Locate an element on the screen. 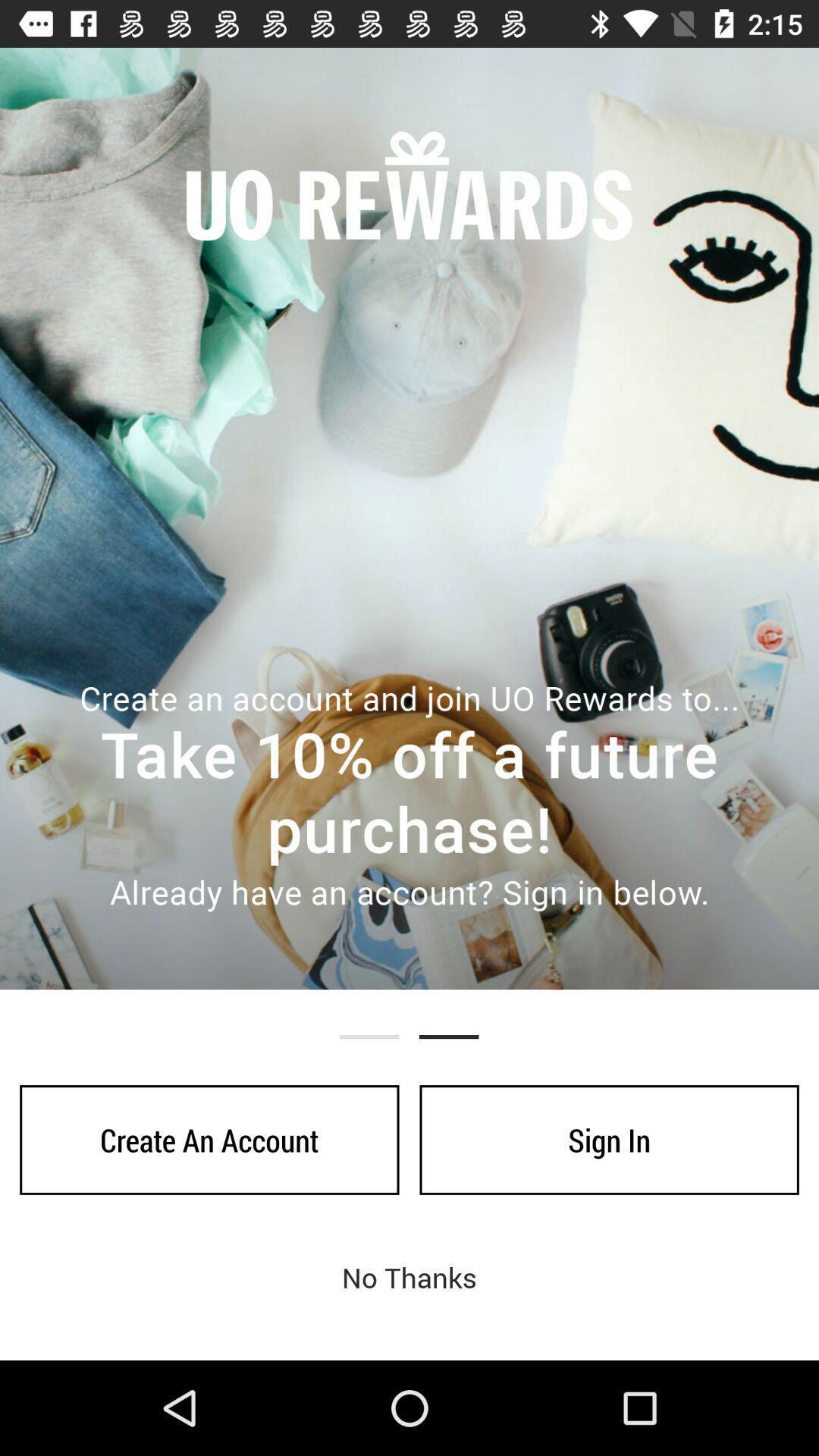 This screenshot has height=1456, width=819. item above no thanks is located at coordinates (209, 1140).